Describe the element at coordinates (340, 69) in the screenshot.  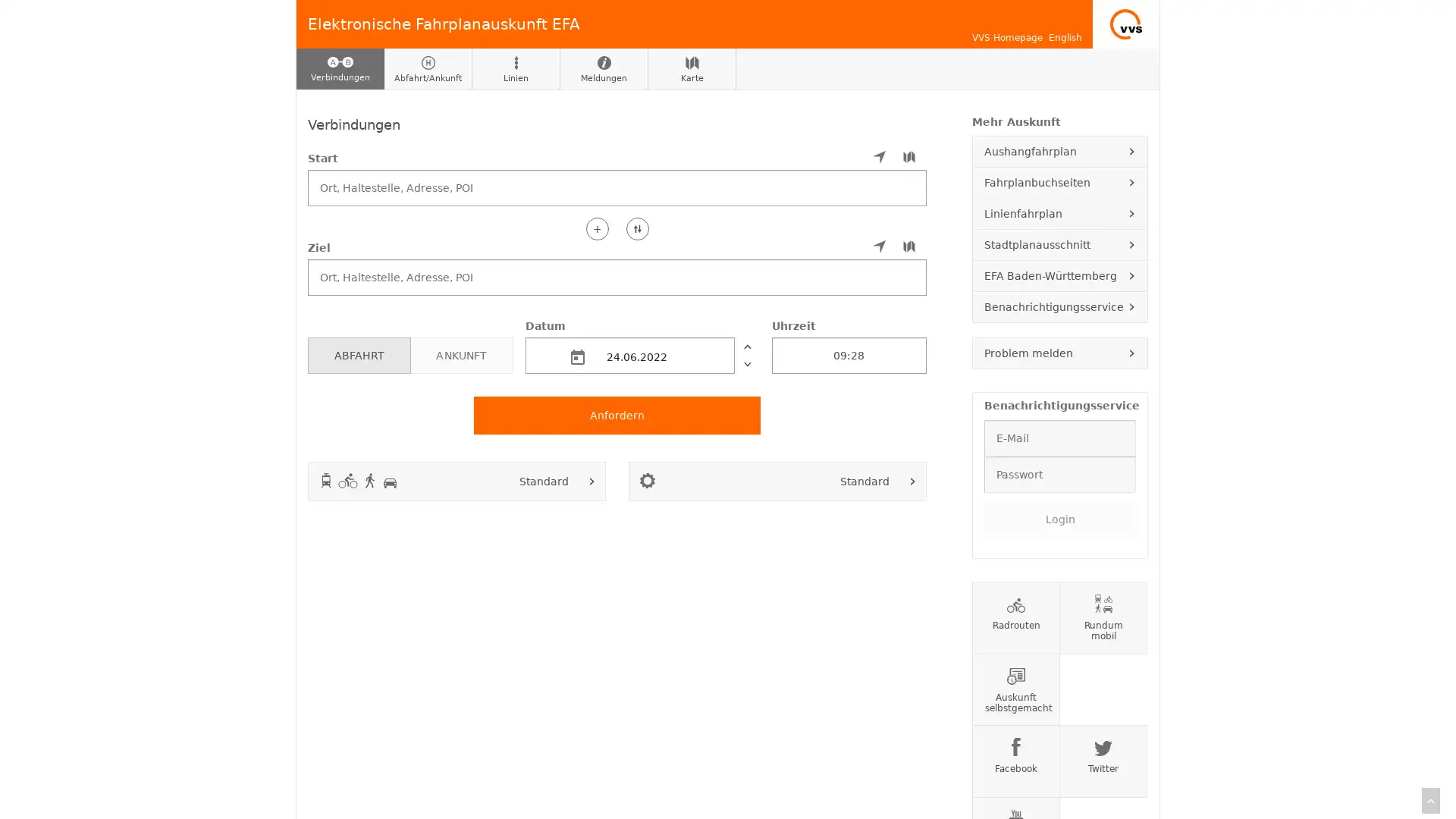
I see `Verbindungen` at that location.